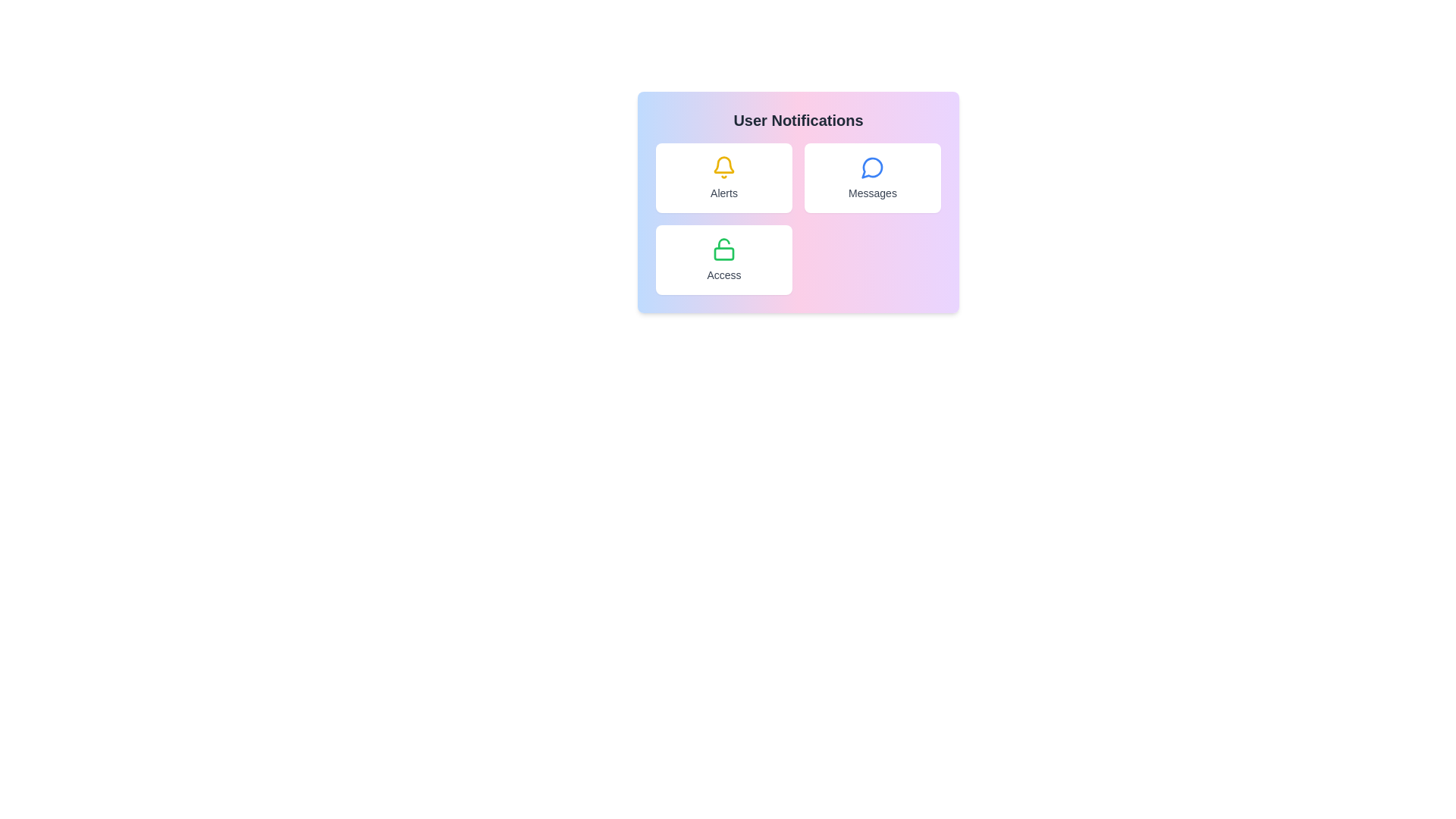  What do you see at coordinates (723, 275) in the screenshot?
I see `the text label displaying the word 'Access' located within the lower middle part of the white card in the 'User Notifications' panel` at bounding box center [723, 275].